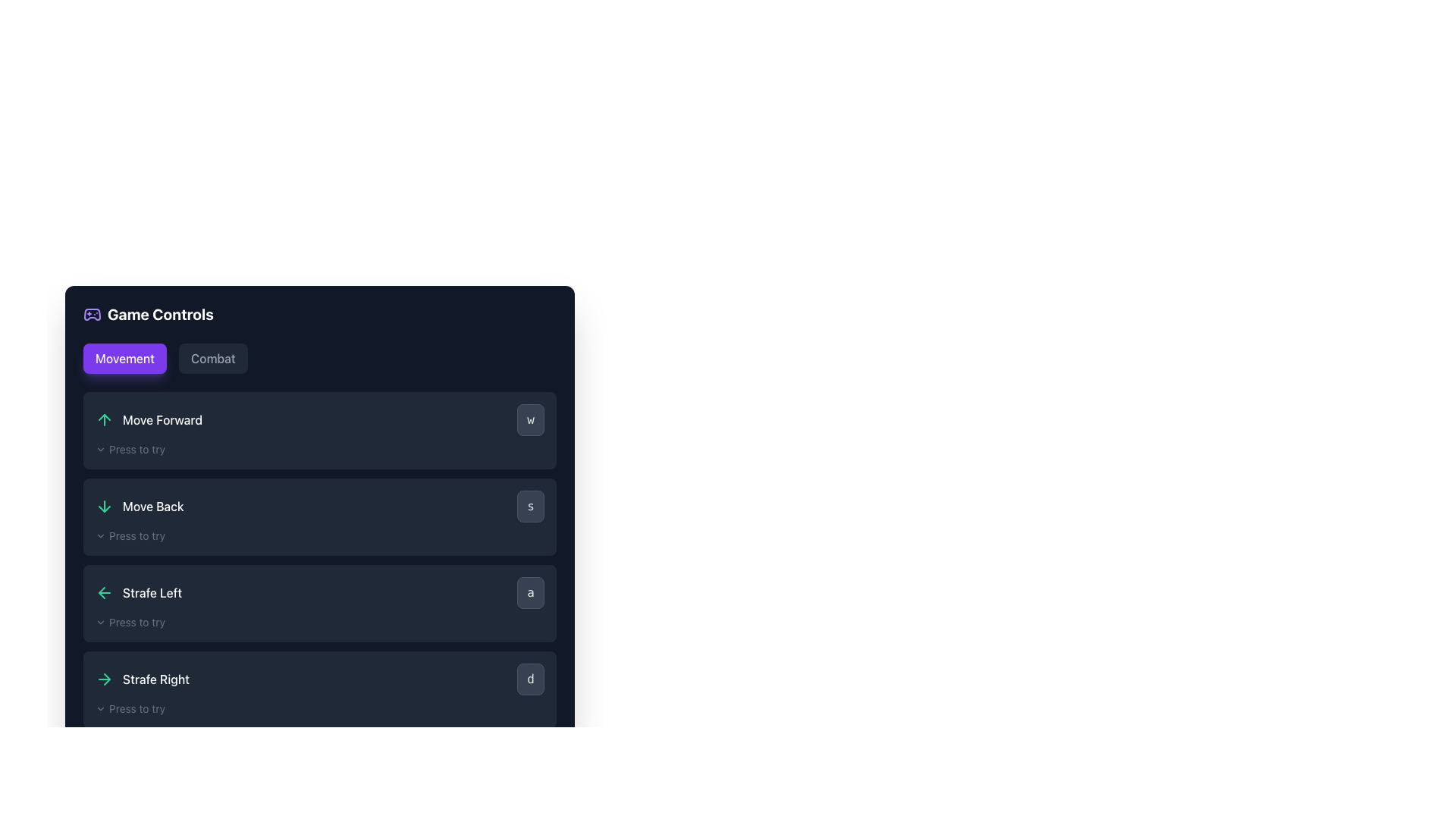 This screenshot has width=1456, height=819. What do you see at coordinates (140, 506) in the screenshot?
I see `the 'Move Back' text label with a downward-facing green arrow icon, which is located in the second row under the 'Movement' tab, directly below 'Move Forward' and above 'Strafe Left'` at bounding box center [140, 506].